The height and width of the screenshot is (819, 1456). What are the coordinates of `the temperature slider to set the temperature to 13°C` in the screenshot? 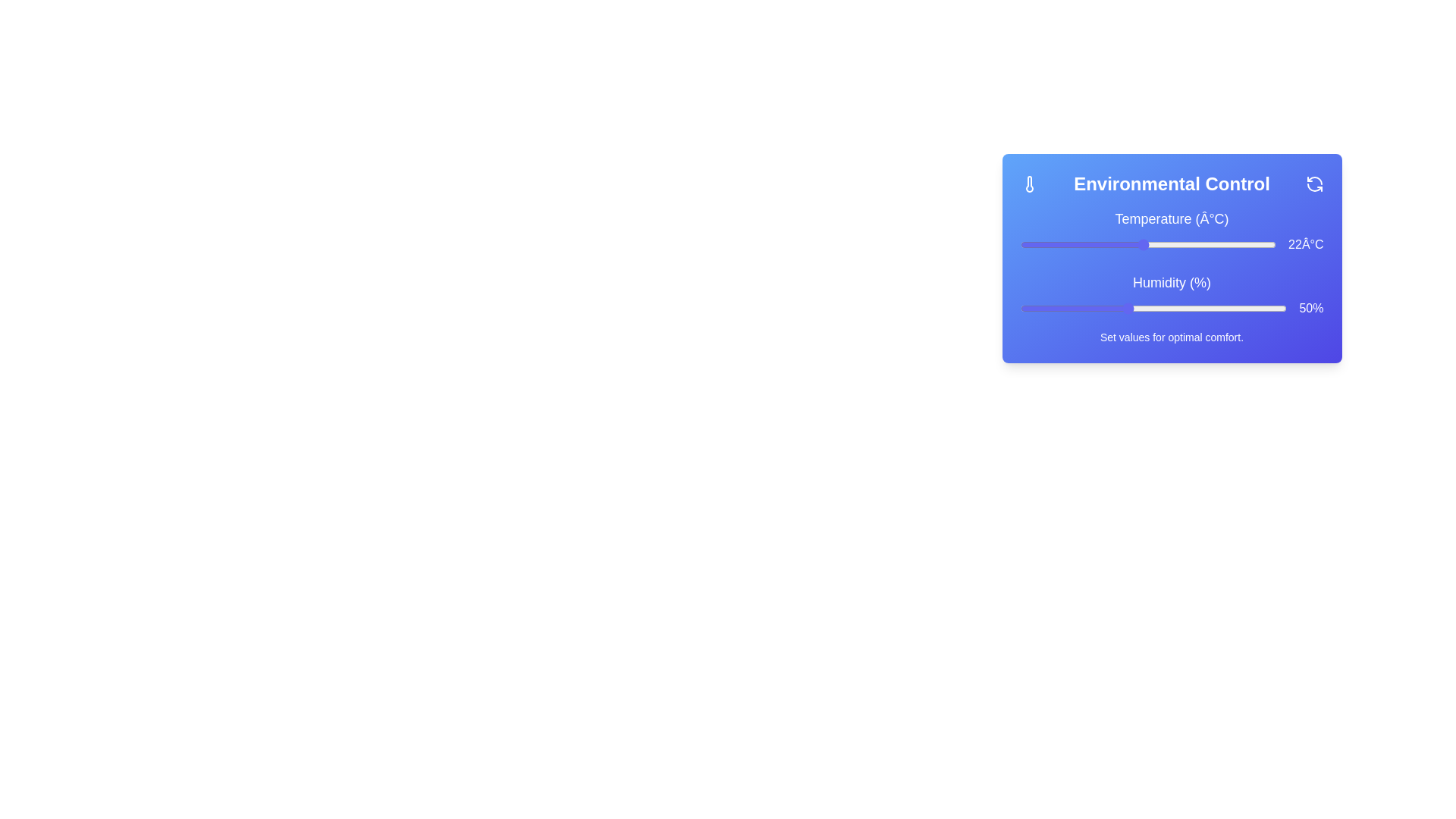 It's located at (1050, 244).